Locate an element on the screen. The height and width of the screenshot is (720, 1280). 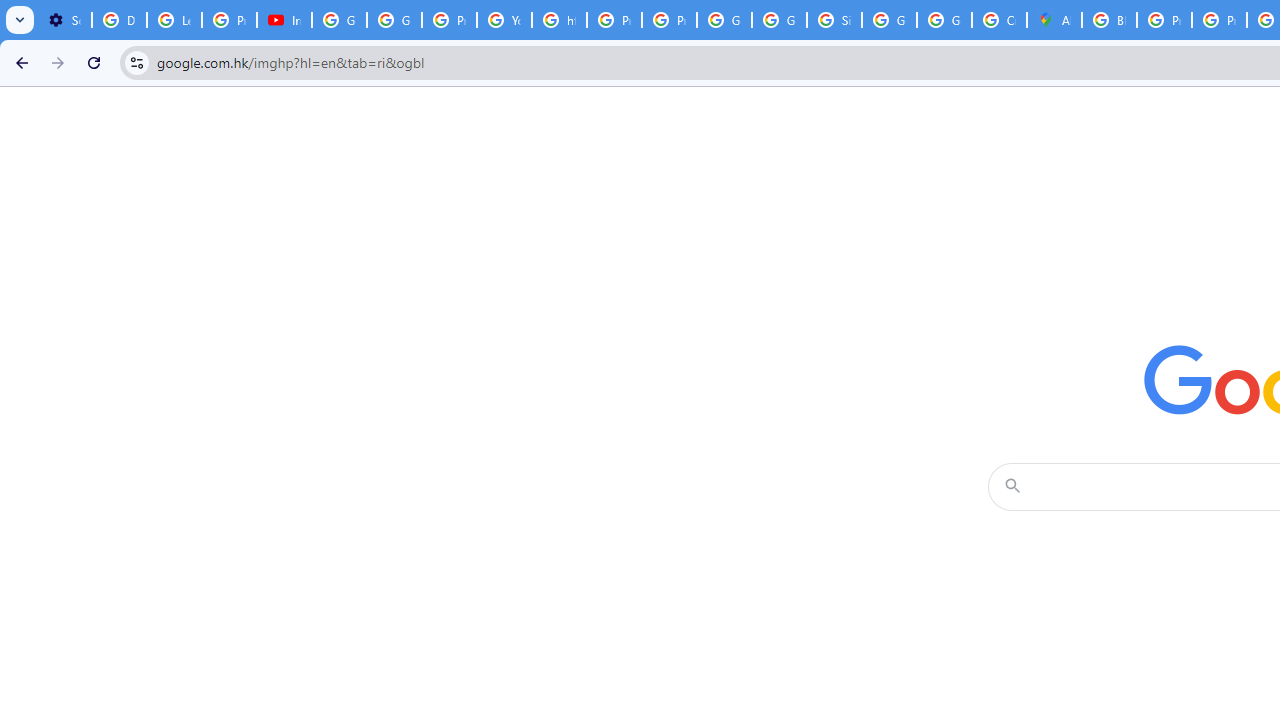
'YouTube' is located at coordinates (504, 20).